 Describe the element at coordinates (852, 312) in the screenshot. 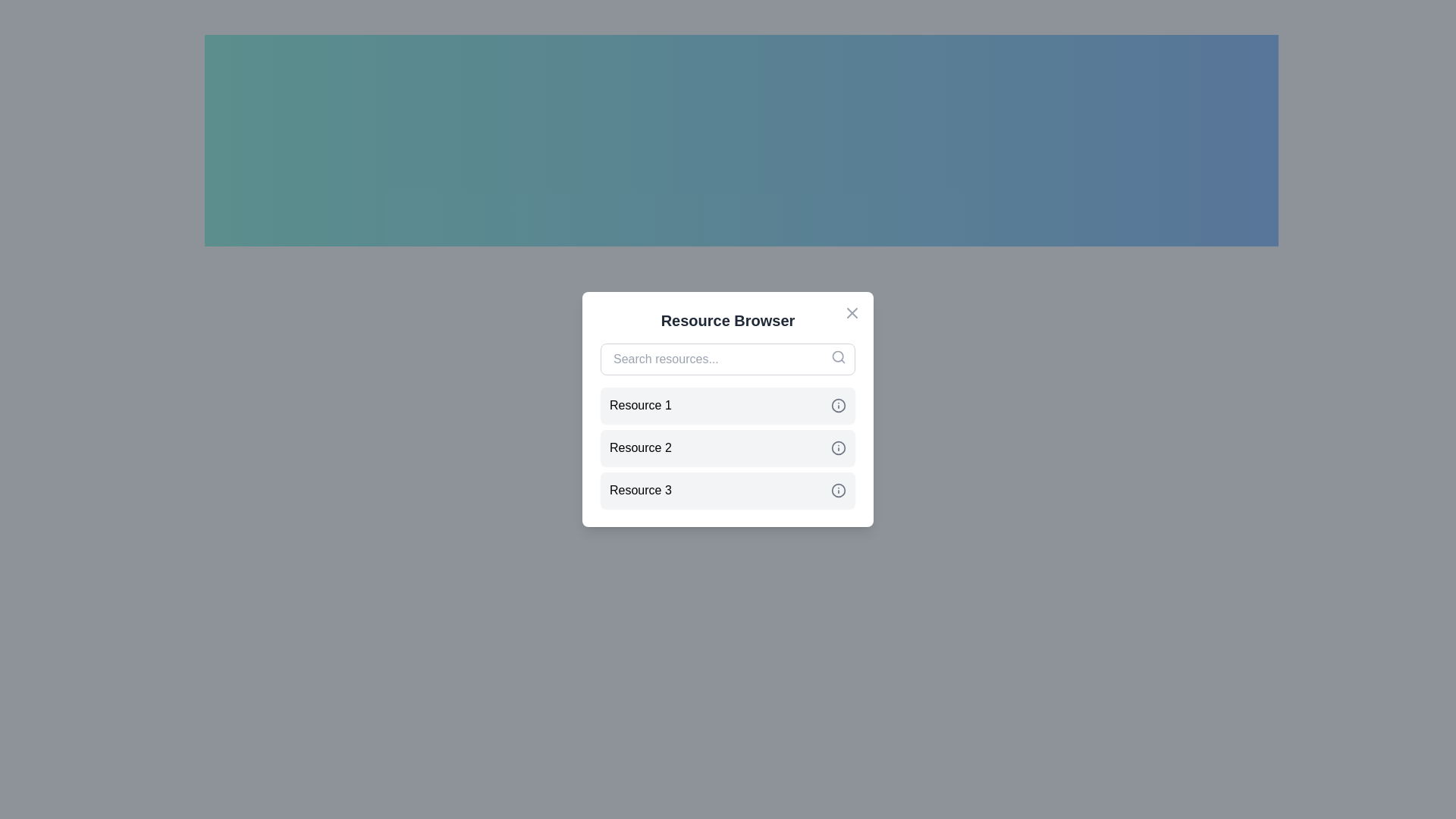

I see `the close button located at the top-right corner of the white dialog box` at that location.